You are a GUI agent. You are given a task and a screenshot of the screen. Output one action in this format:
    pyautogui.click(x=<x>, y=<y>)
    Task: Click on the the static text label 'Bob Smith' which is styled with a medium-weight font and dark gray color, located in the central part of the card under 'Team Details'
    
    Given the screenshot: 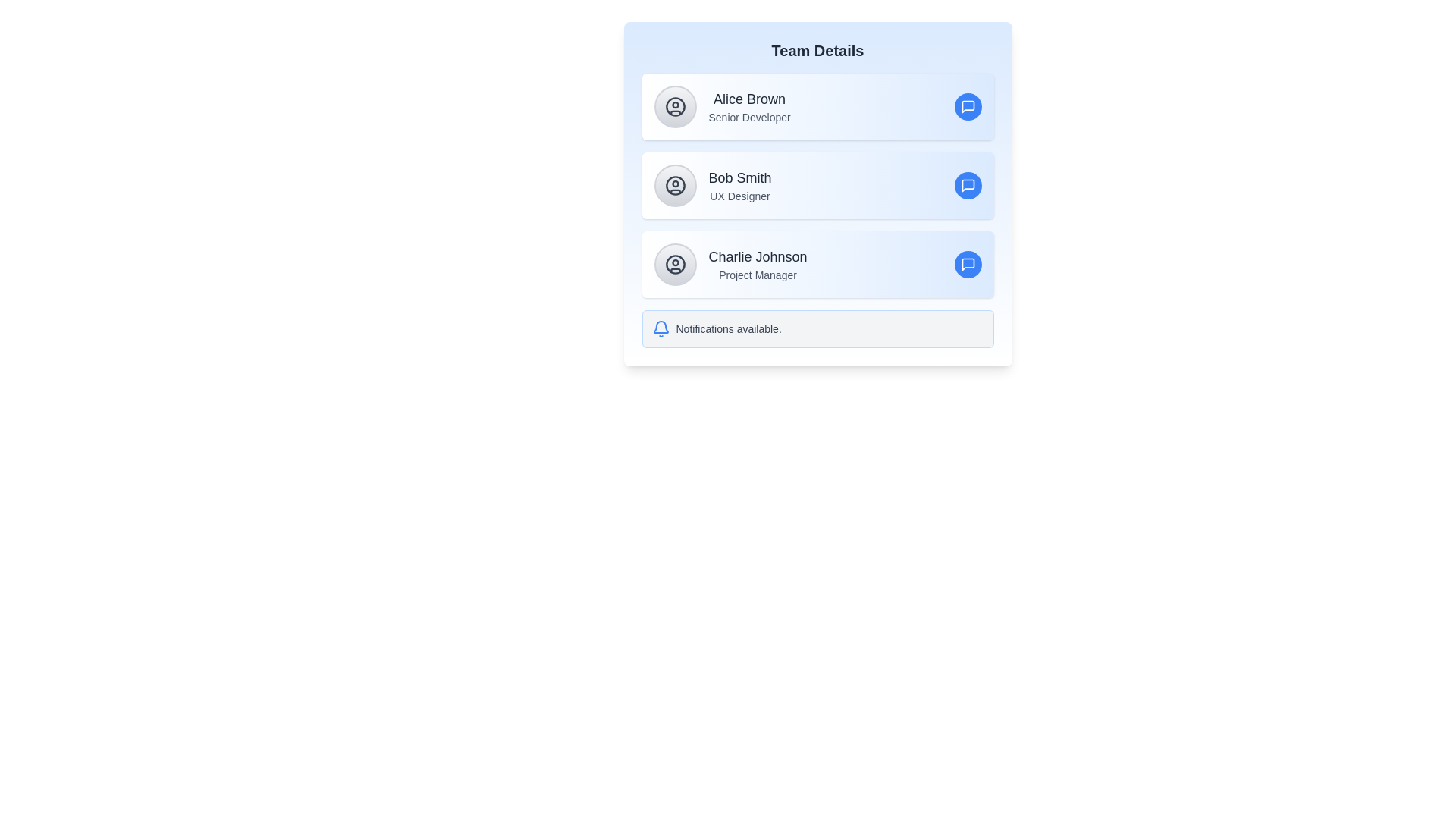 What is the action you would take?
    pyautogui.click(x=739, y=177)
    